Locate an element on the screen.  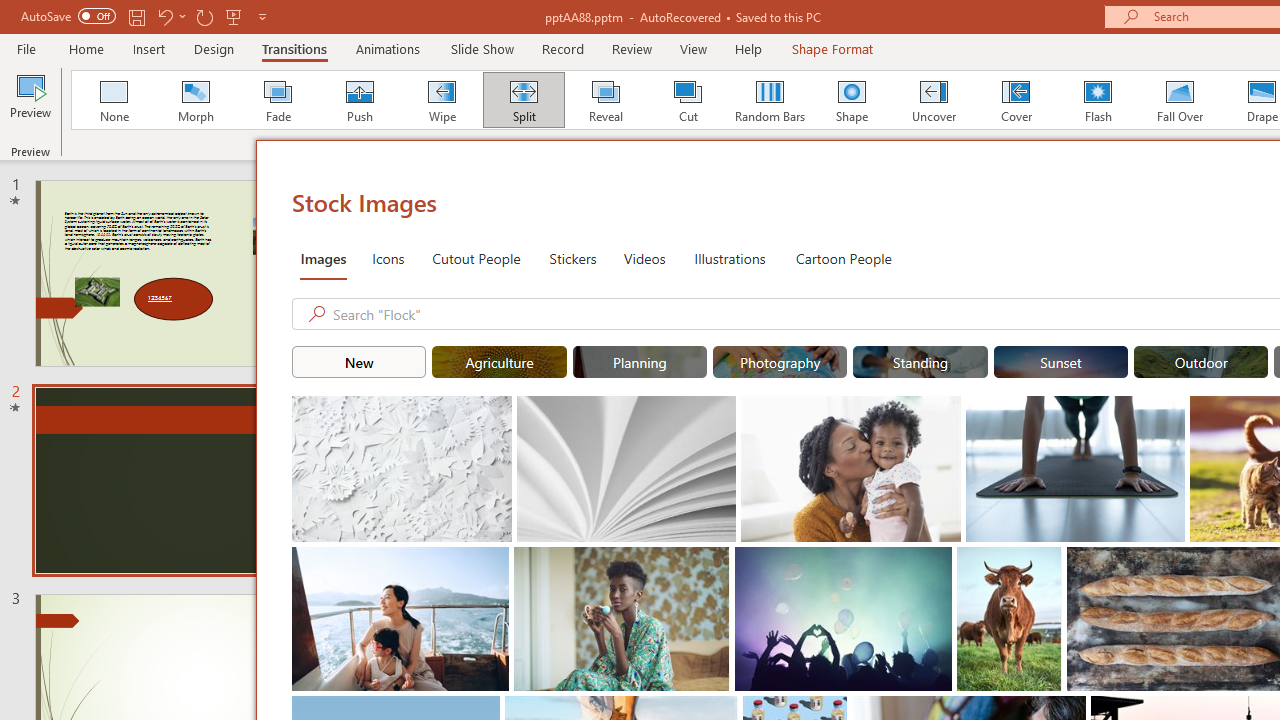
'Fade' is located at coordinates (276, 100).